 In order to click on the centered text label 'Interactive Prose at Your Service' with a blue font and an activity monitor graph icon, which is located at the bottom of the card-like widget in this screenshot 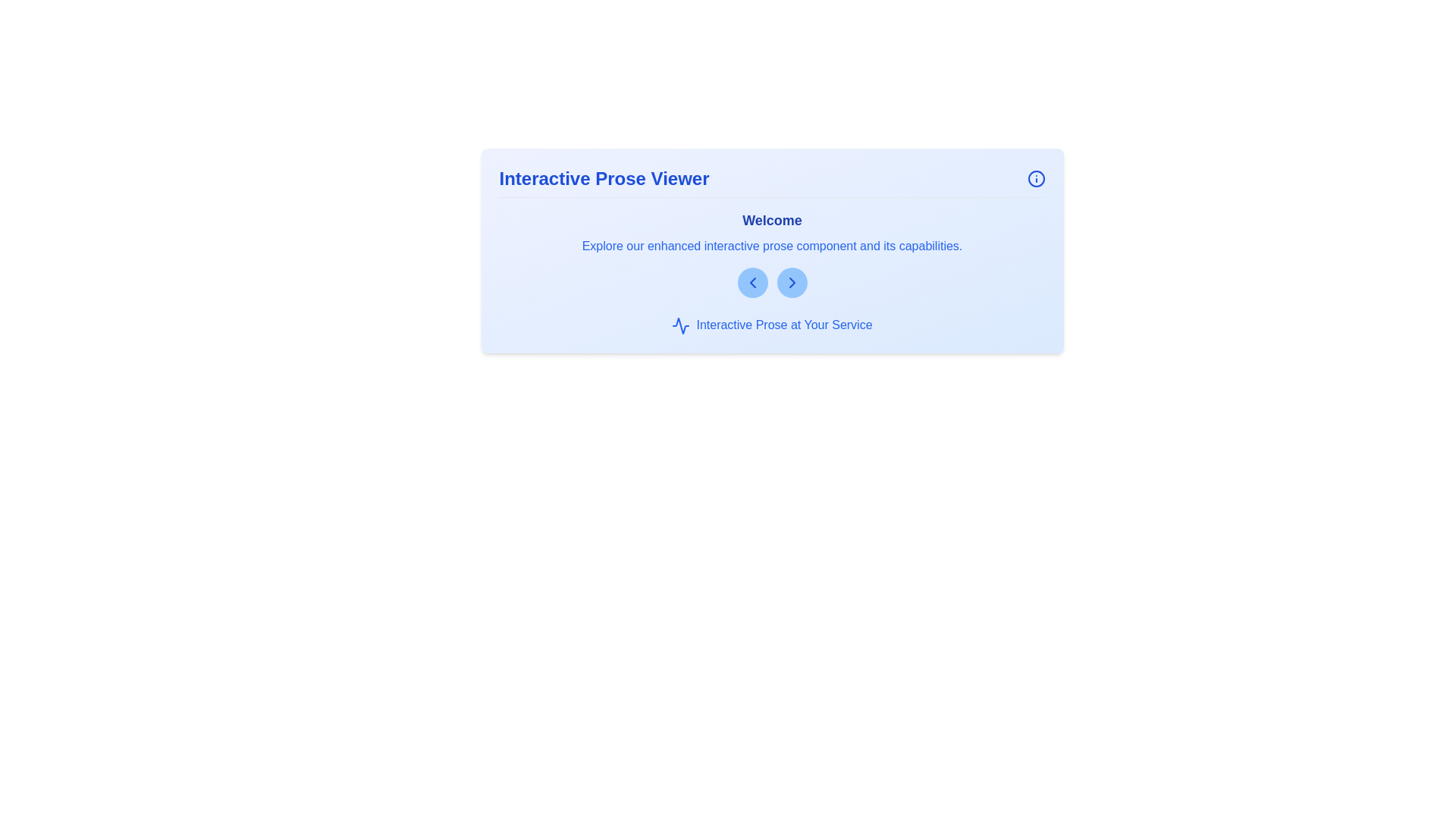, I will do `click(772, 325)`.